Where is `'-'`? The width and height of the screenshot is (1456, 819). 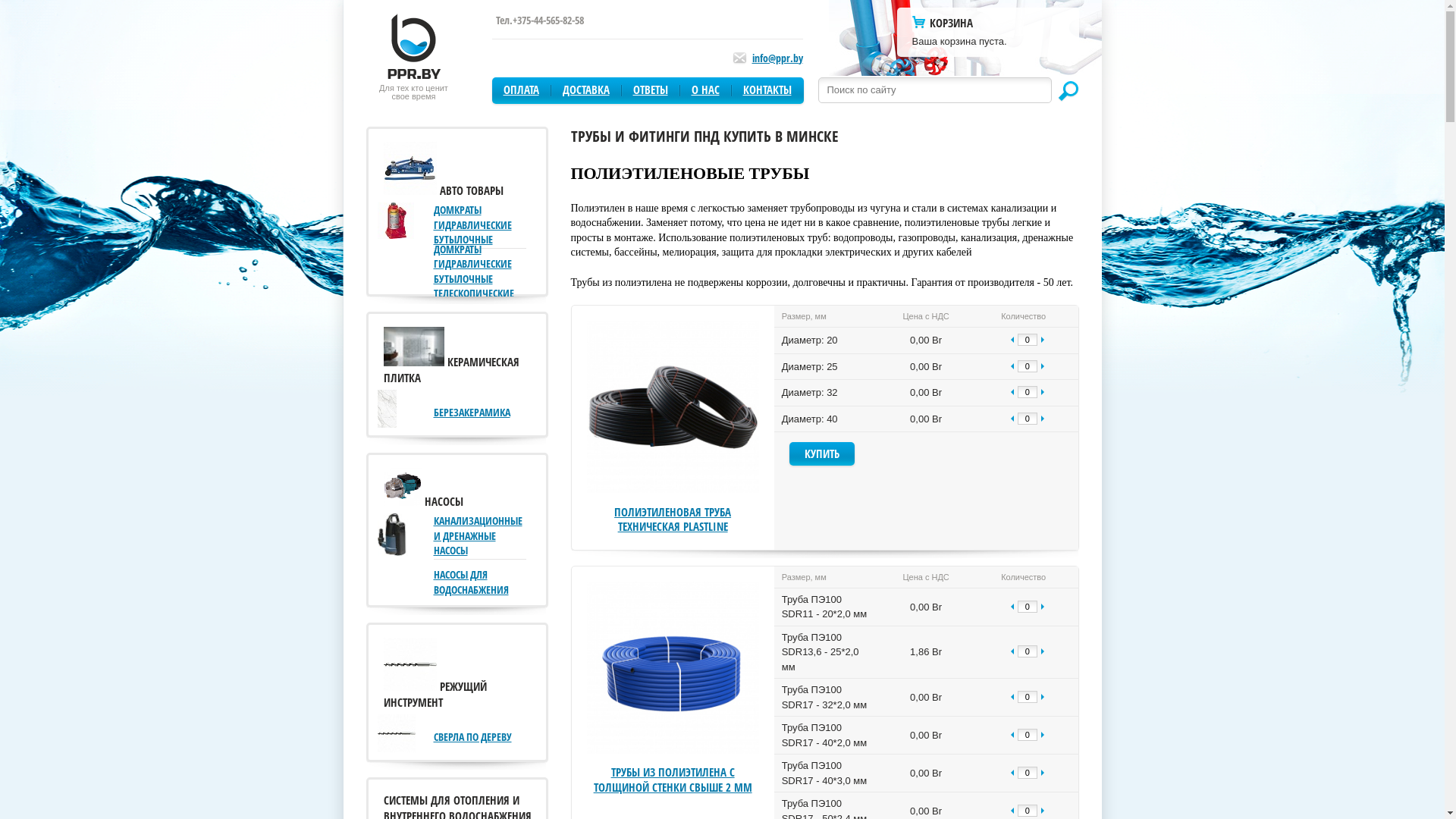
'-' is located at coordinates (1012, 734).